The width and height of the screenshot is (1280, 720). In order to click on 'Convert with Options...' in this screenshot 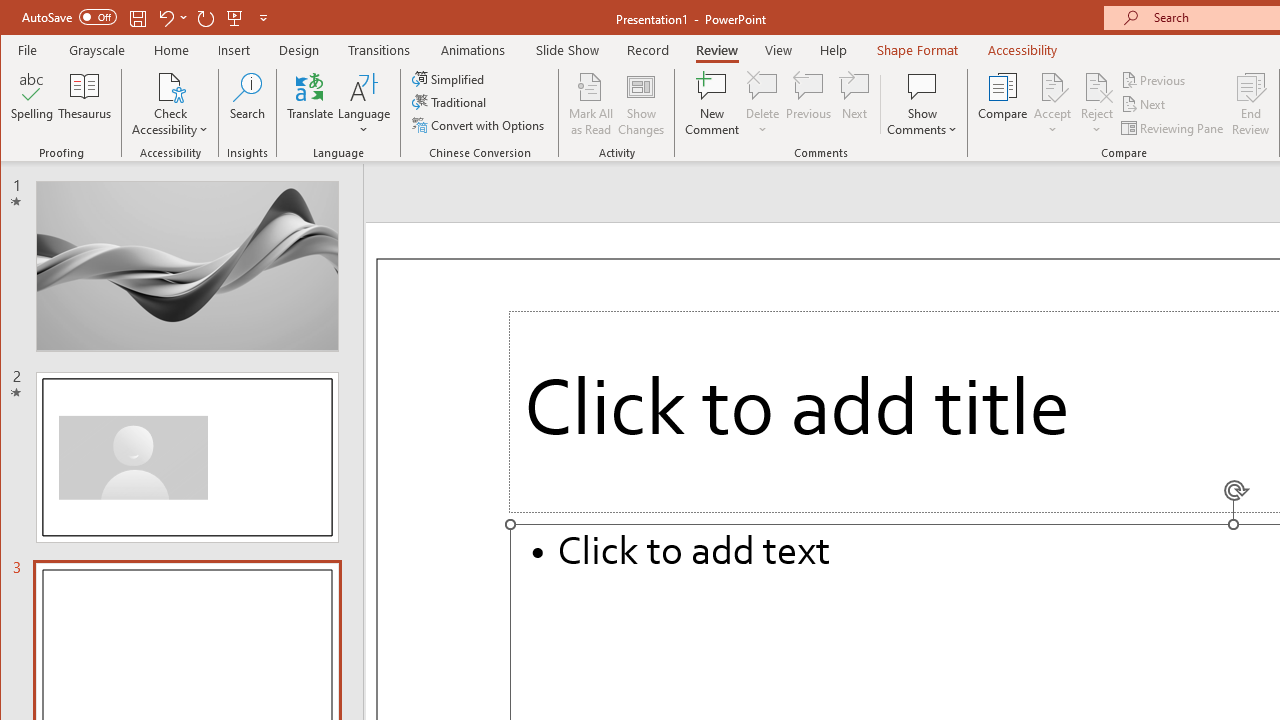, I will do `click(480, 125)`.